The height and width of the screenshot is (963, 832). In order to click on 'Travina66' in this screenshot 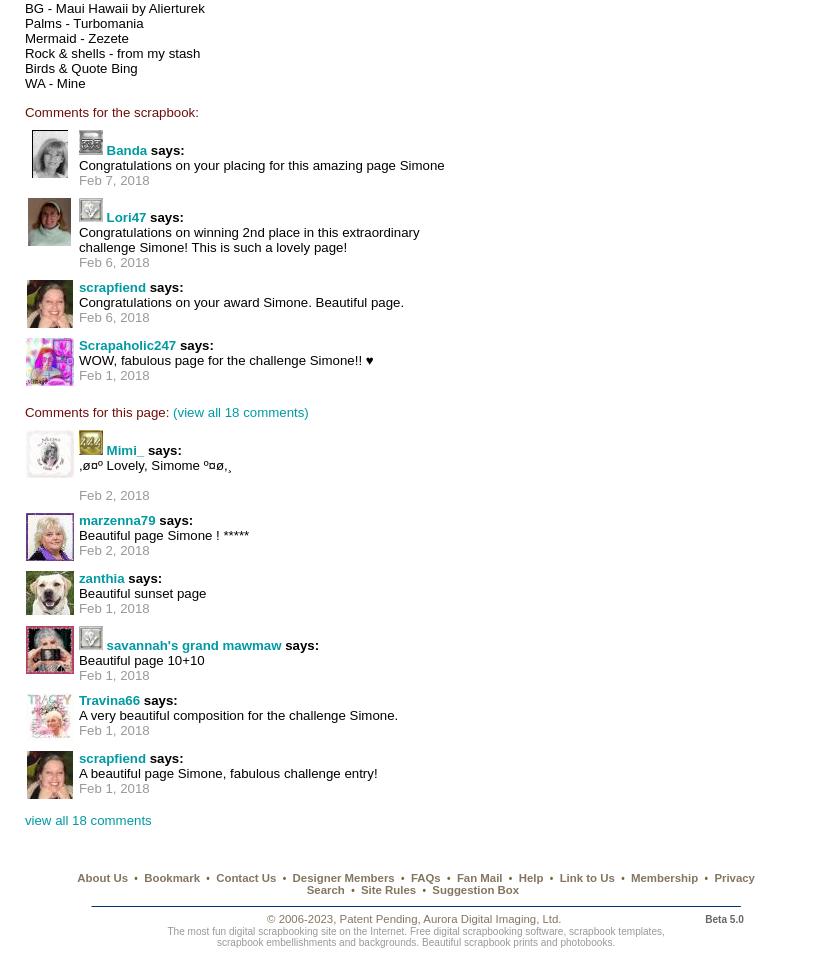, I will do `click(108, 700)`.